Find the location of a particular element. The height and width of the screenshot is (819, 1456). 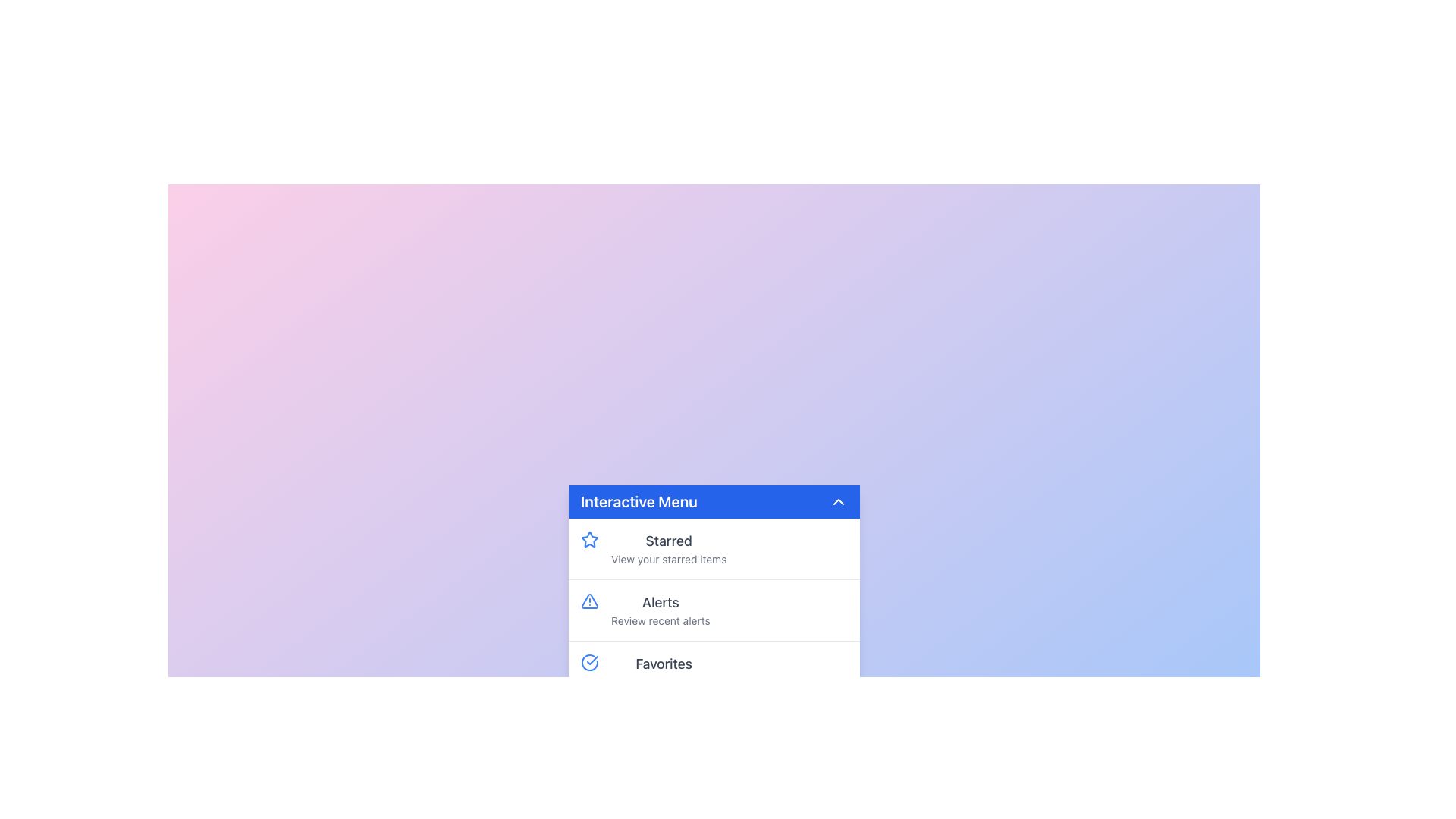

the solid blue circular icon with a checkmark inside, located in the 'Favorites' section of the menu is located at coordinates (588, 662).